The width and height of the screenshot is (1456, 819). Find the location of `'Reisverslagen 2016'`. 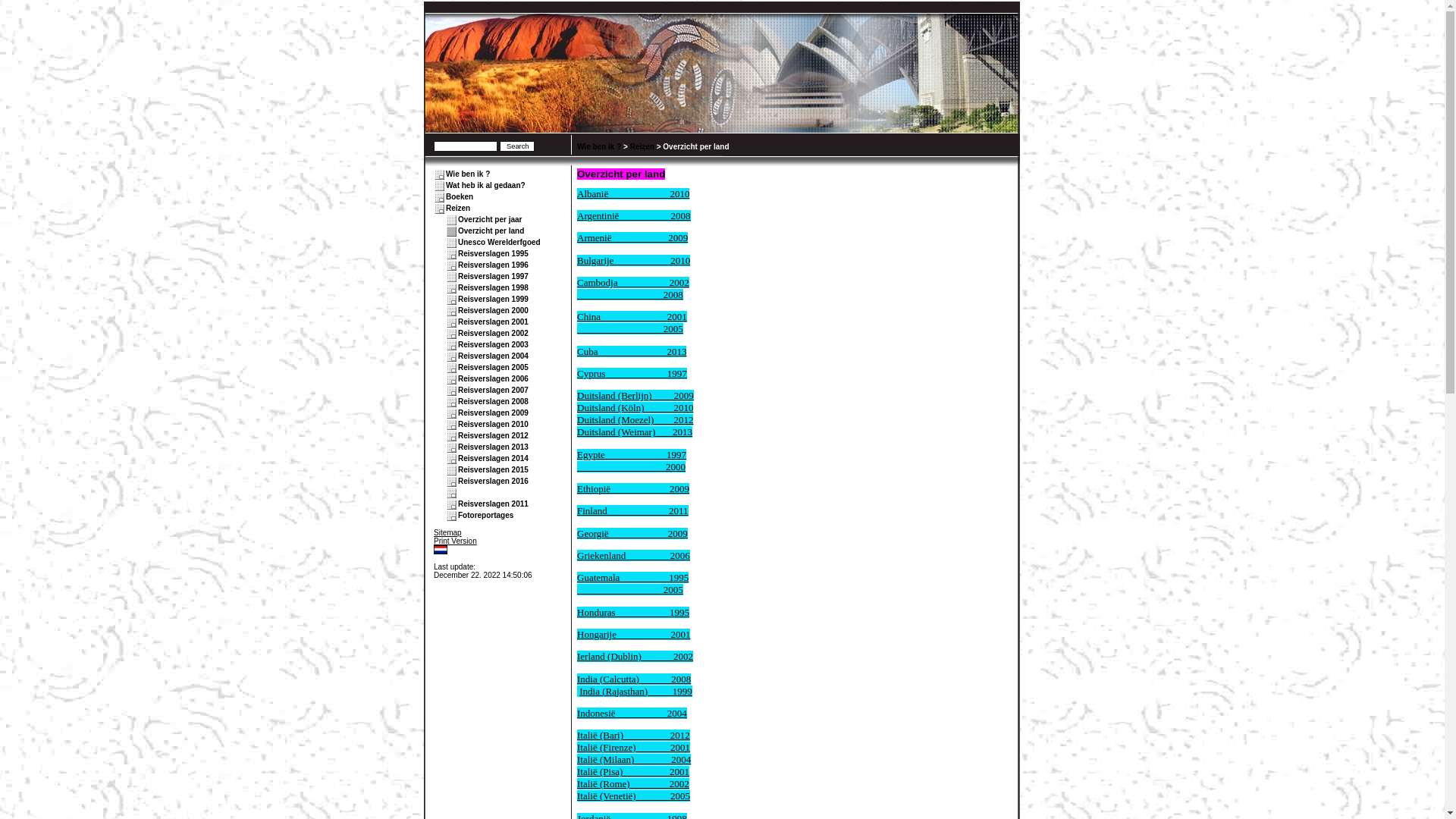

'Reisverslagen 2016' is located at coordinates (493, 481).